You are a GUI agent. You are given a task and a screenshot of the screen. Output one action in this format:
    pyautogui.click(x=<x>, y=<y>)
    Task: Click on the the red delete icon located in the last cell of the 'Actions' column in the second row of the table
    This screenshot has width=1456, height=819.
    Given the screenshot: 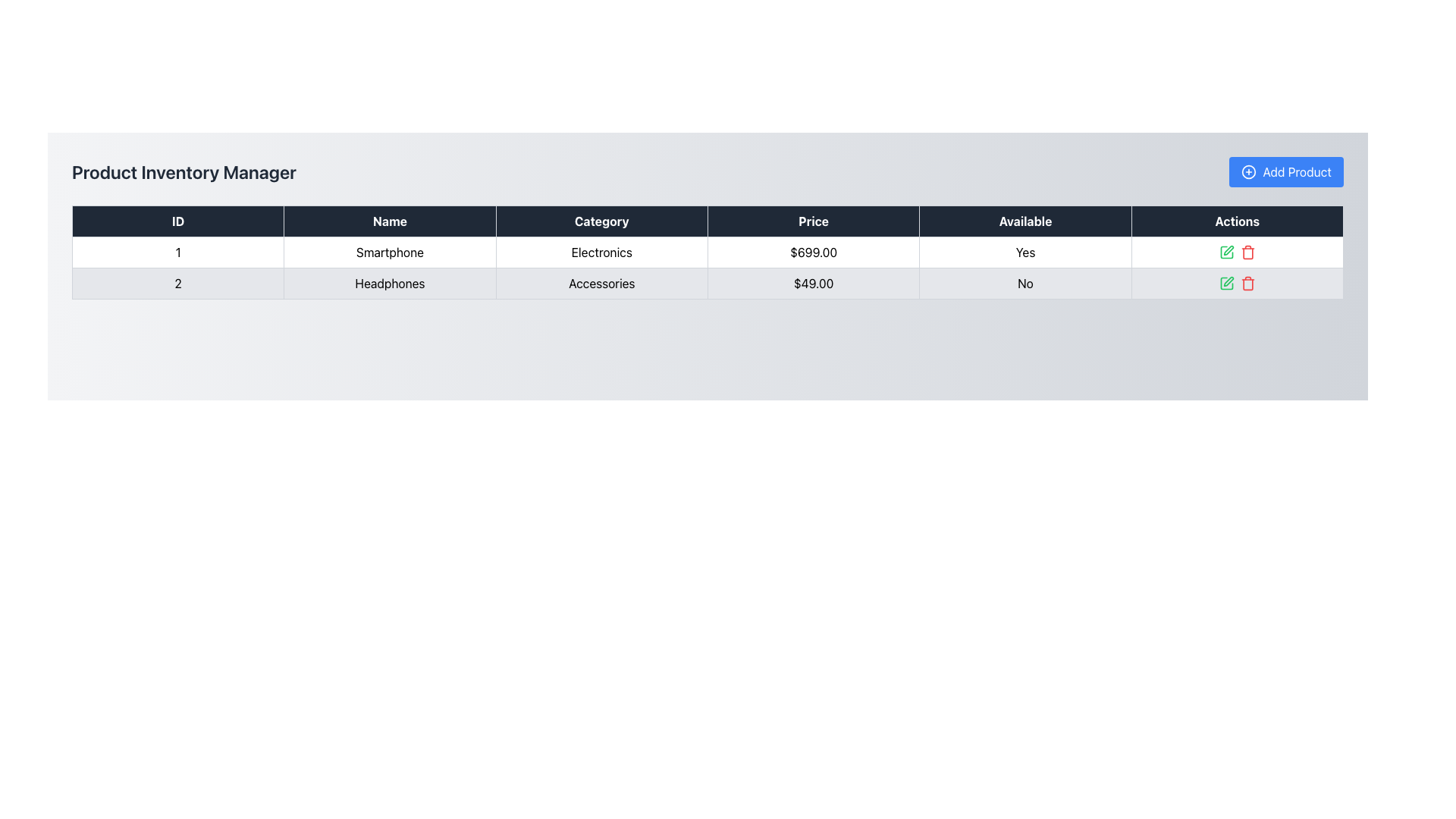 What is the action you would take?
    pyautogui.click(x=1237, y=284)
    